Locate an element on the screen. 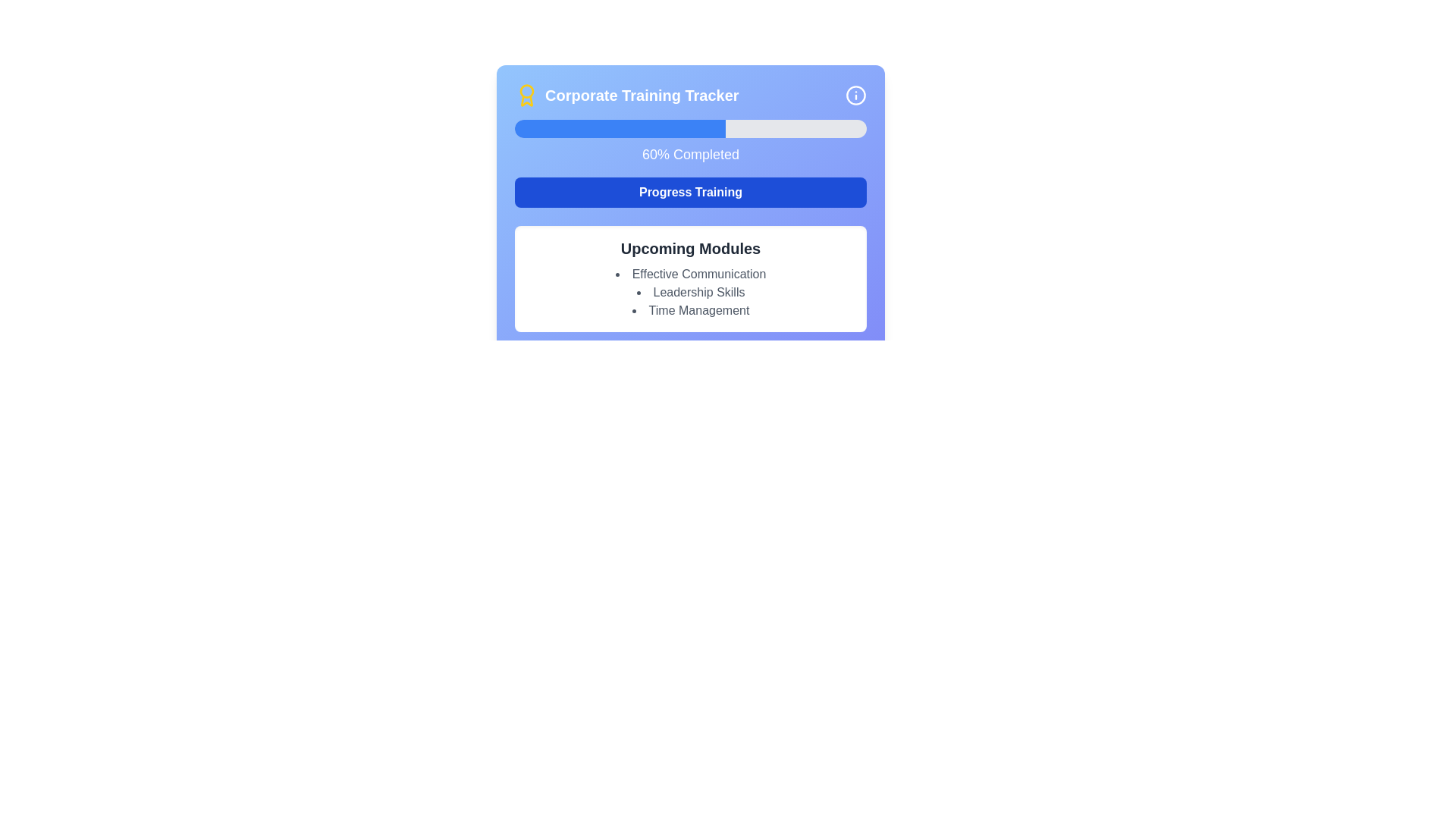 The width and height of the screenshot is (1456, 819). the button labeled 'Progress Training' with a blue background to initiate progression is located at coordinates (690, 192).